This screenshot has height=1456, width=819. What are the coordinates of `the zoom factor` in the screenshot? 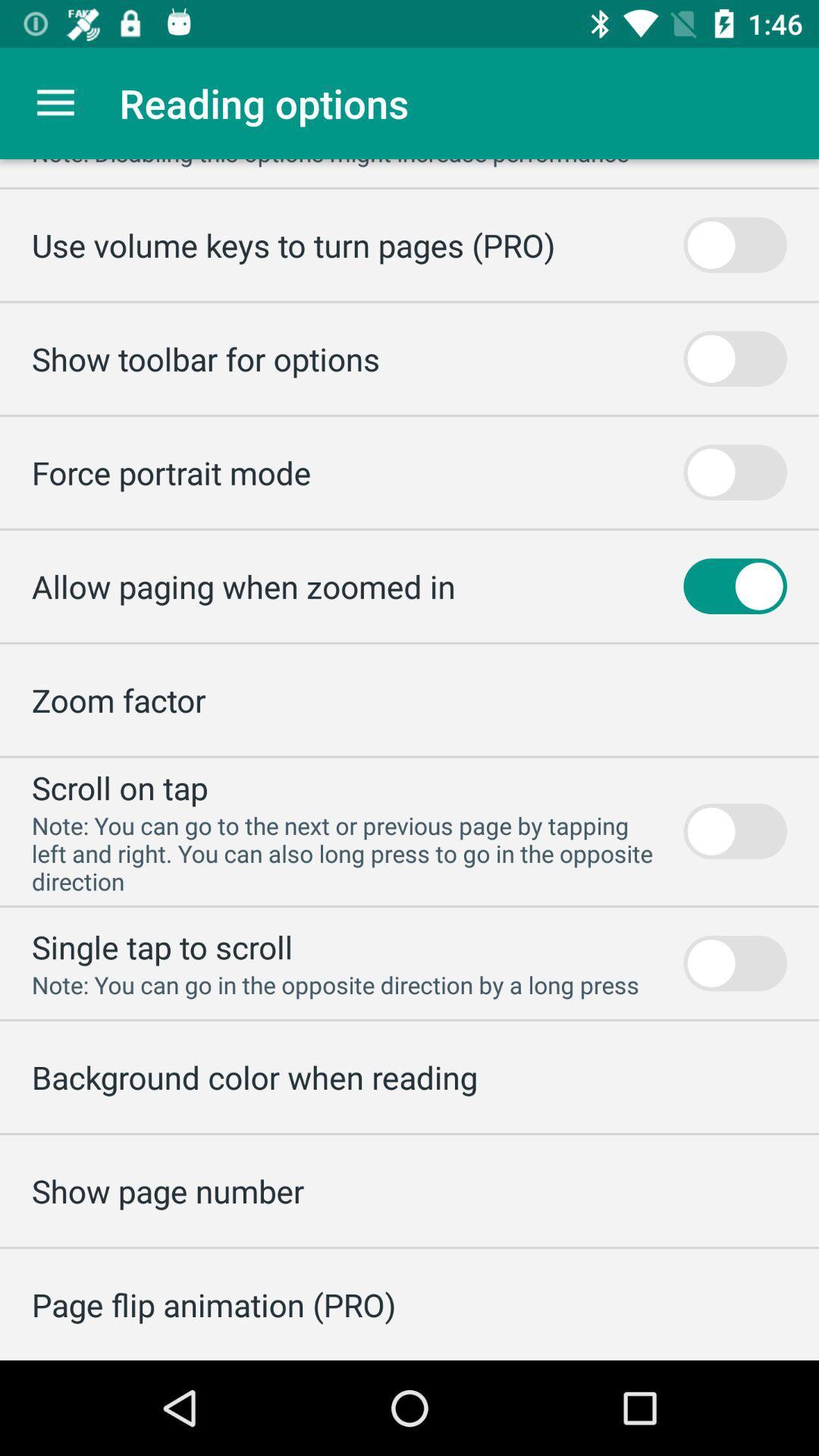 It's located at (118, 699).